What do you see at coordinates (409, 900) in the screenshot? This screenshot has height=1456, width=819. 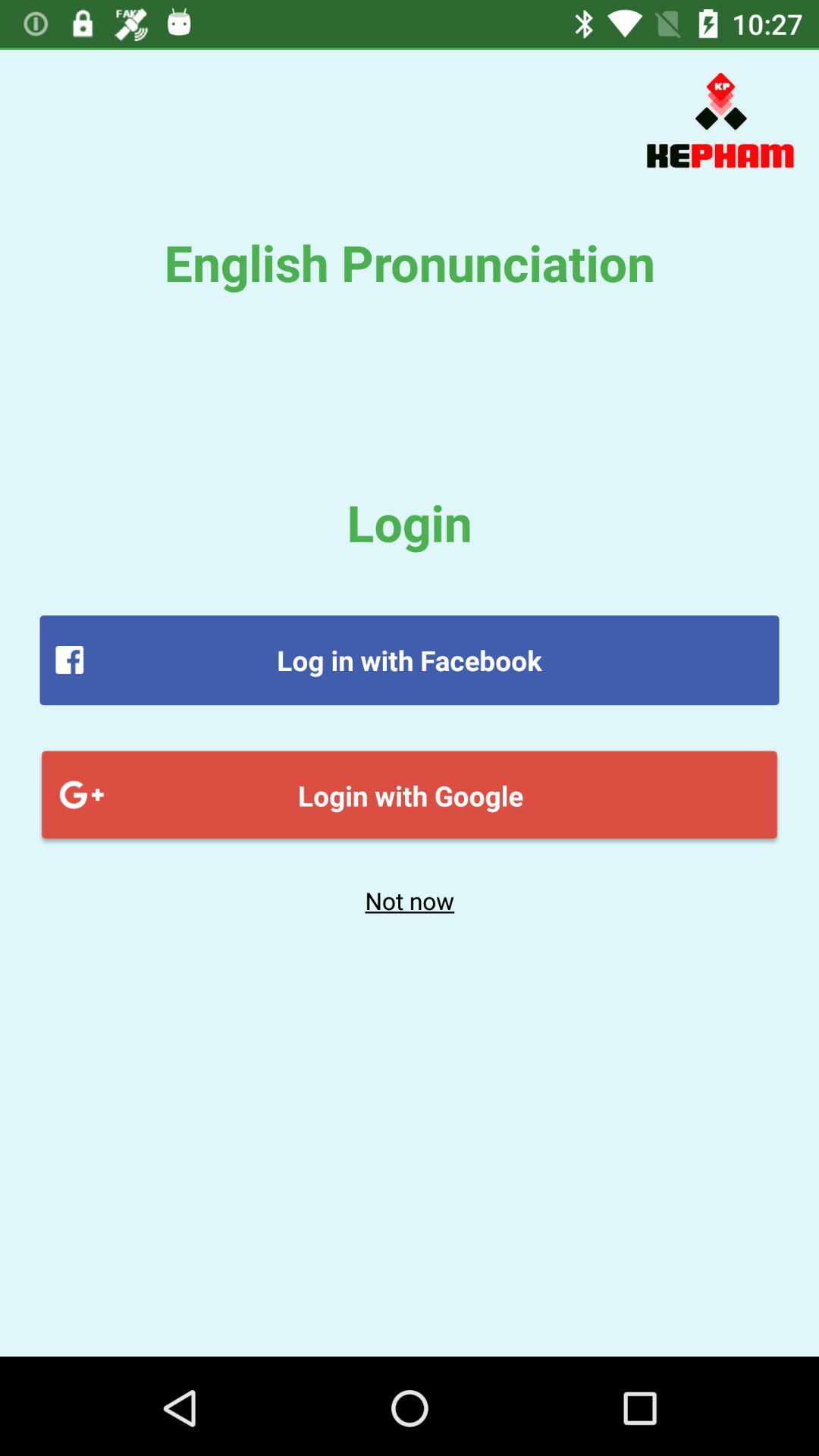 I see `the not now item` at bounding box center [409, 900].